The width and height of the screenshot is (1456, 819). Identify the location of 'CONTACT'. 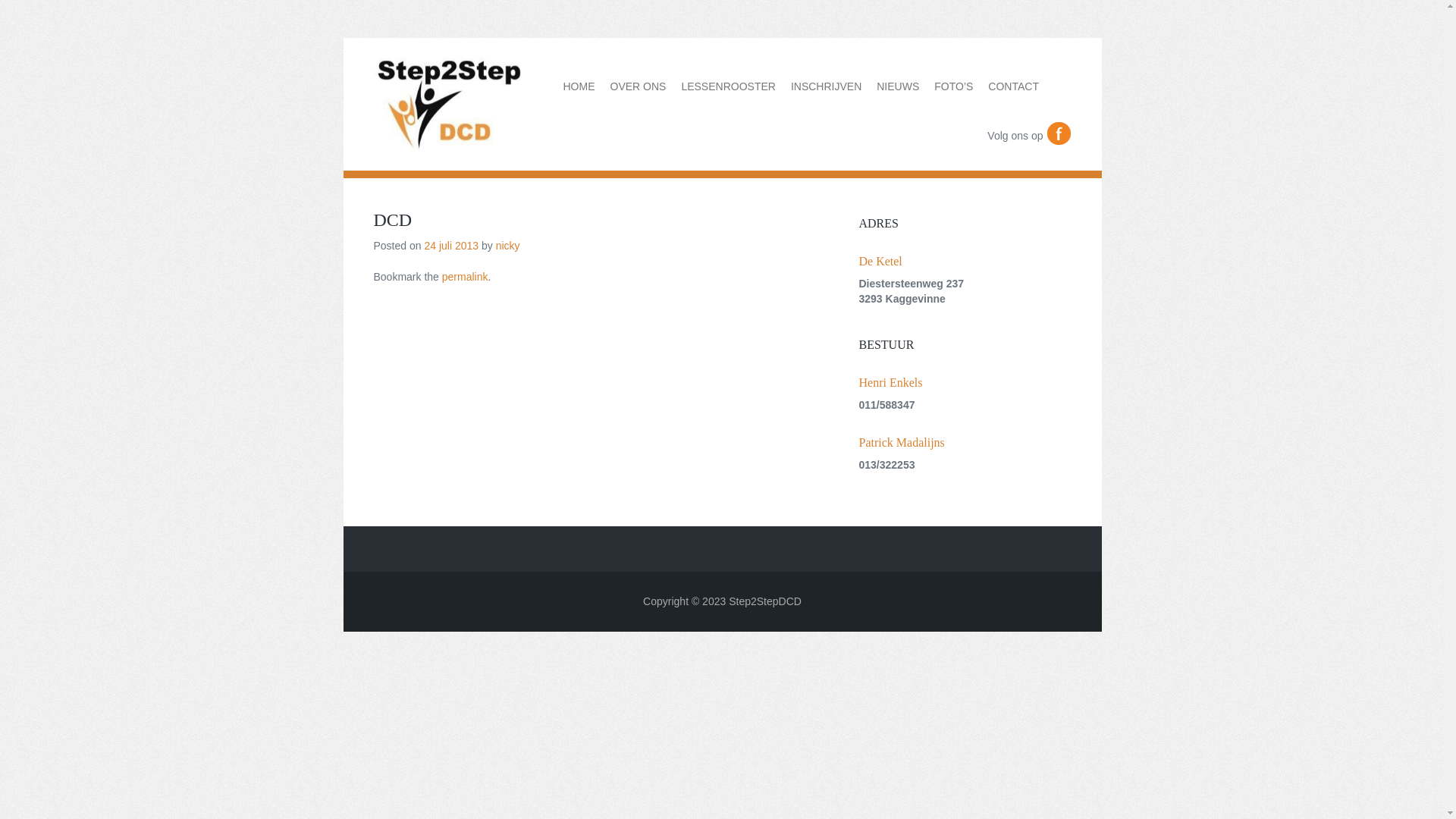
(1013, 87).